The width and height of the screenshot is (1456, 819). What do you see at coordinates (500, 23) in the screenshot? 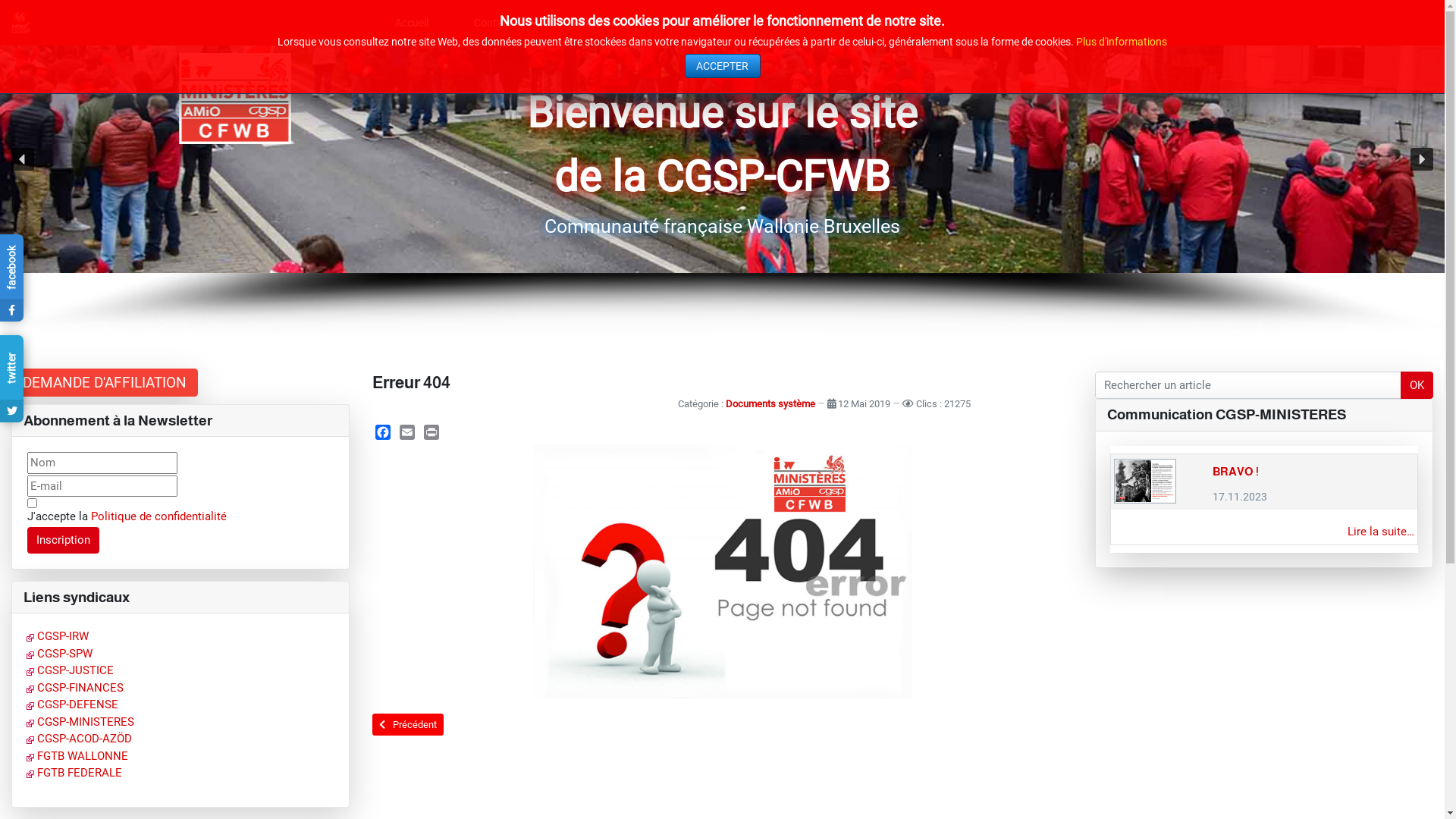
I see `'Contact'` at bounding box center [500, 23].